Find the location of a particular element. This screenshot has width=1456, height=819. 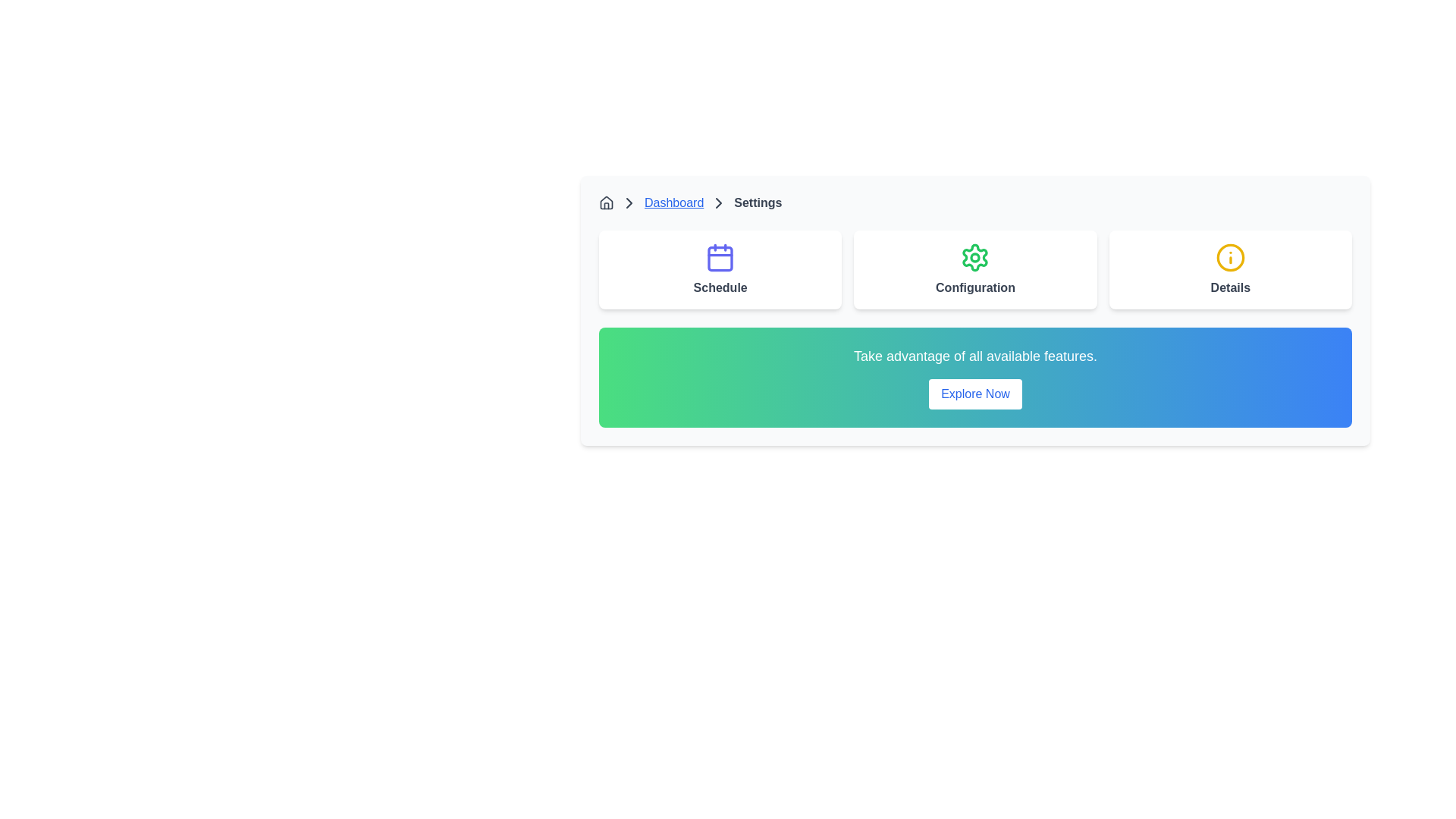

the 'Explore Now' button, which is a rectangular button with a white background and blue text is located at coordinates (975, 394).